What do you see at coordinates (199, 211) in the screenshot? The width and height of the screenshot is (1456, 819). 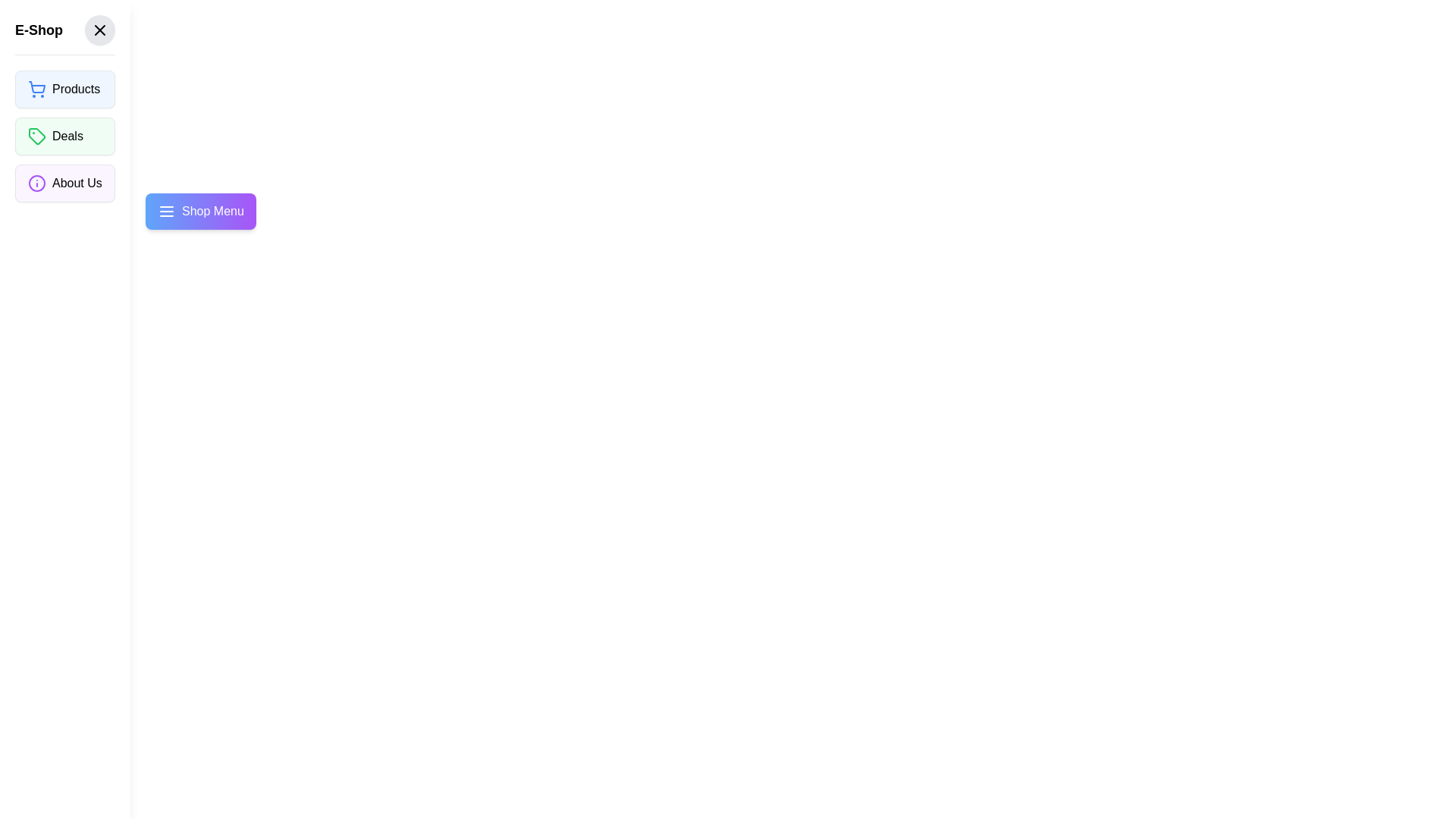 I see `the 'Shop Menu' button to inspect it` at bounding box center [199, 211].